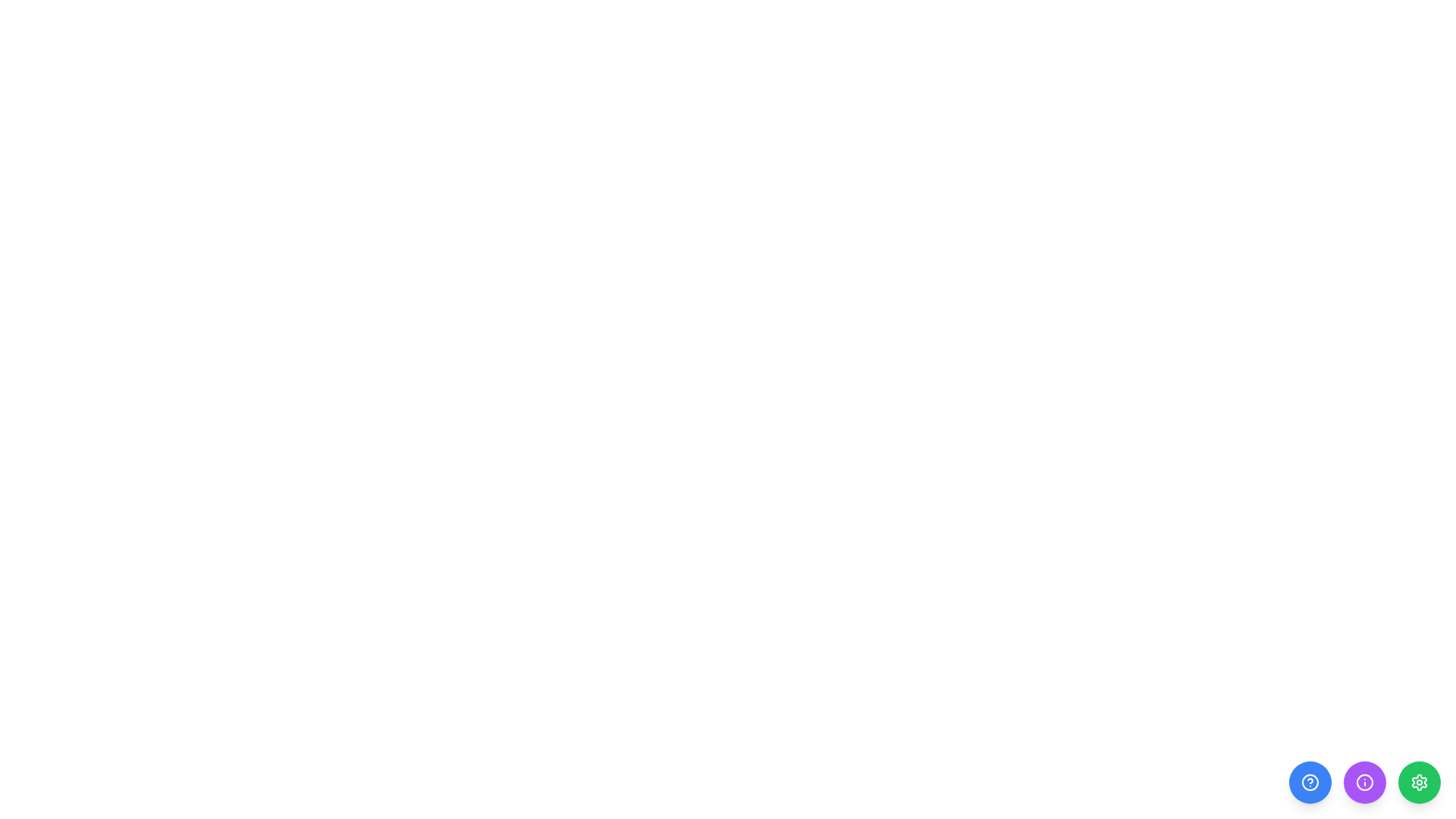 The image size is (1456, 819). What do you see at coordinates (1310, 783) in the screenshot?
I see `the hollow circular vector graphic element that forms the base structure for a question mark icon, located at the bottom-right corner of the interface` at bounding box center [1310, 783].